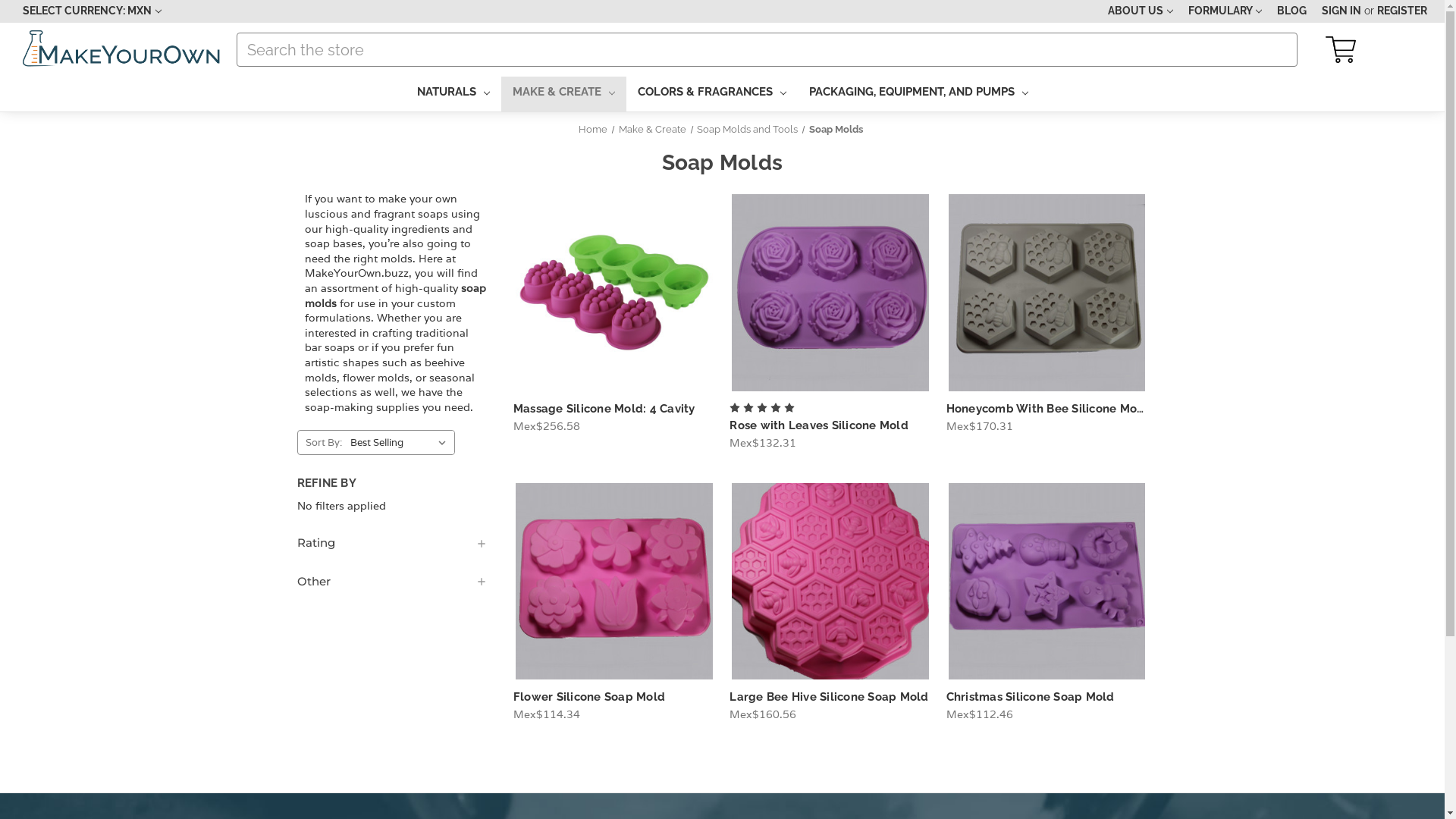 The width and height of the screenshot is (1456, 819). I want to click on 'Home', so click(592, 128).